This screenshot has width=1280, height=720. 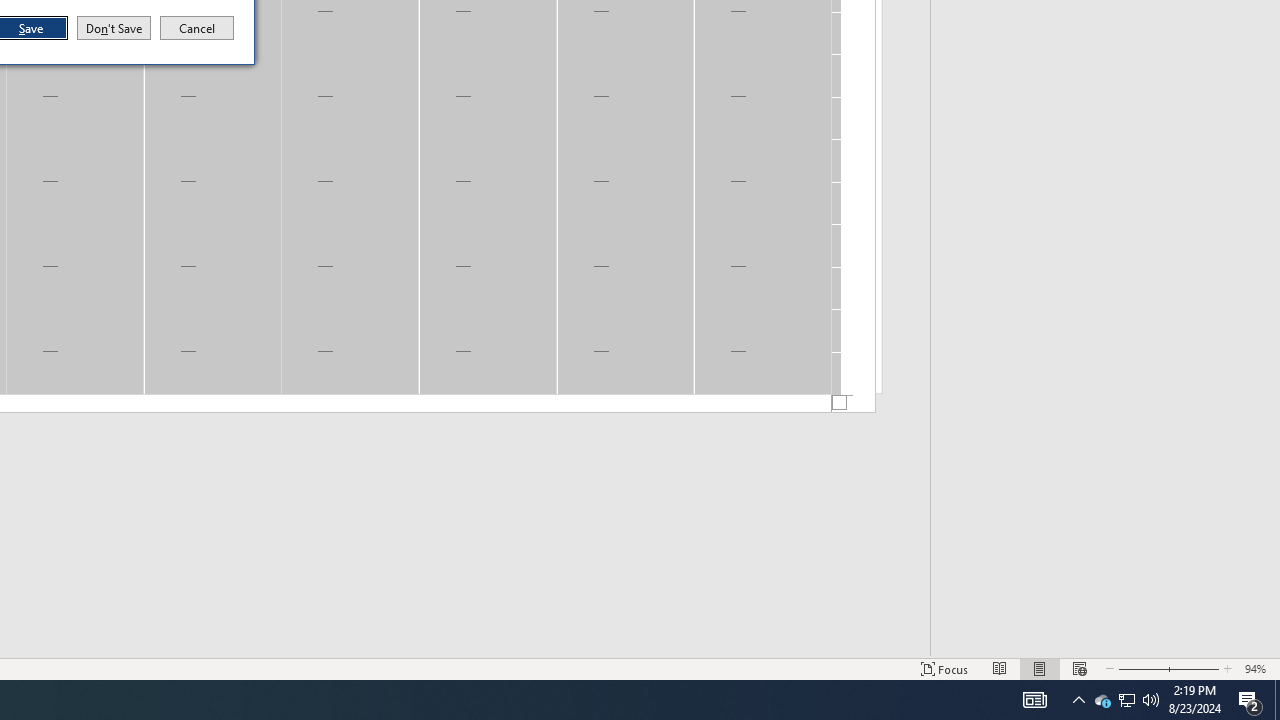 What do you see at coordinates (112, 28) in the screenshot?
I see `'Don'` at bounding box center [112, 28].